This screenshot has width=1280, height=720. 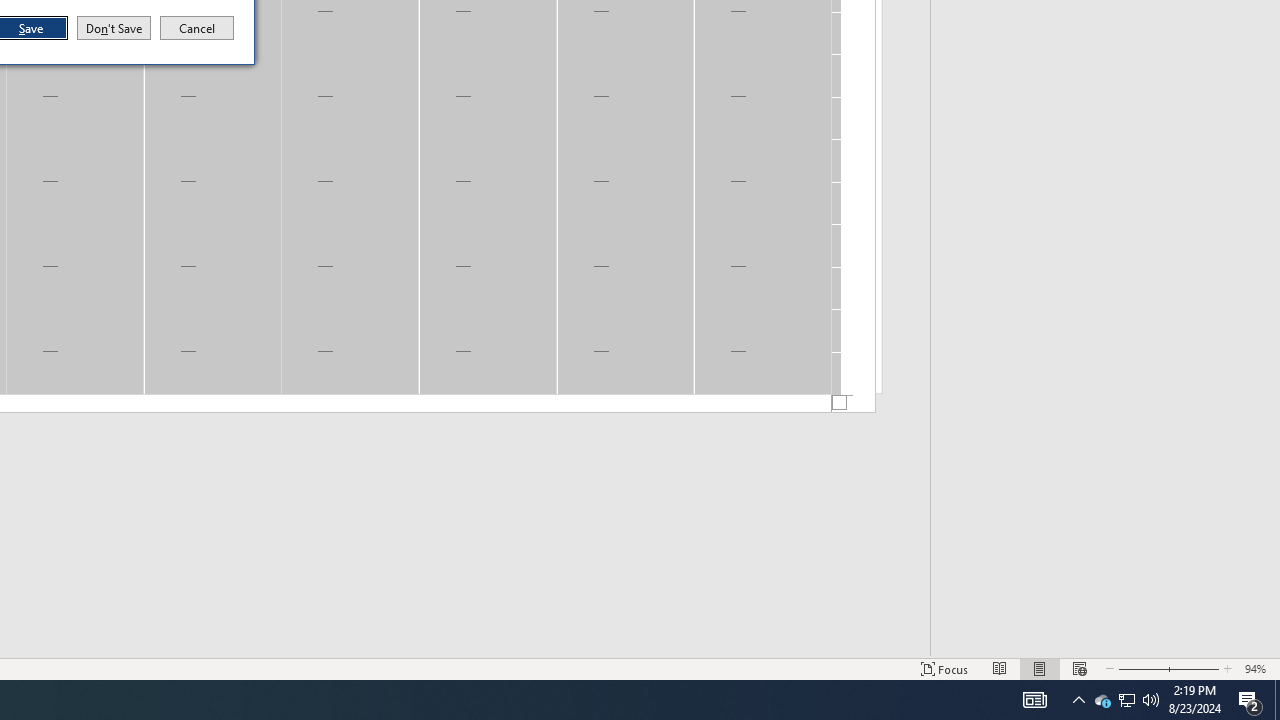 What do you see at coordinates (112, 28) in the screenshot?
I see `'Don'` at bounding box center [112, 28].